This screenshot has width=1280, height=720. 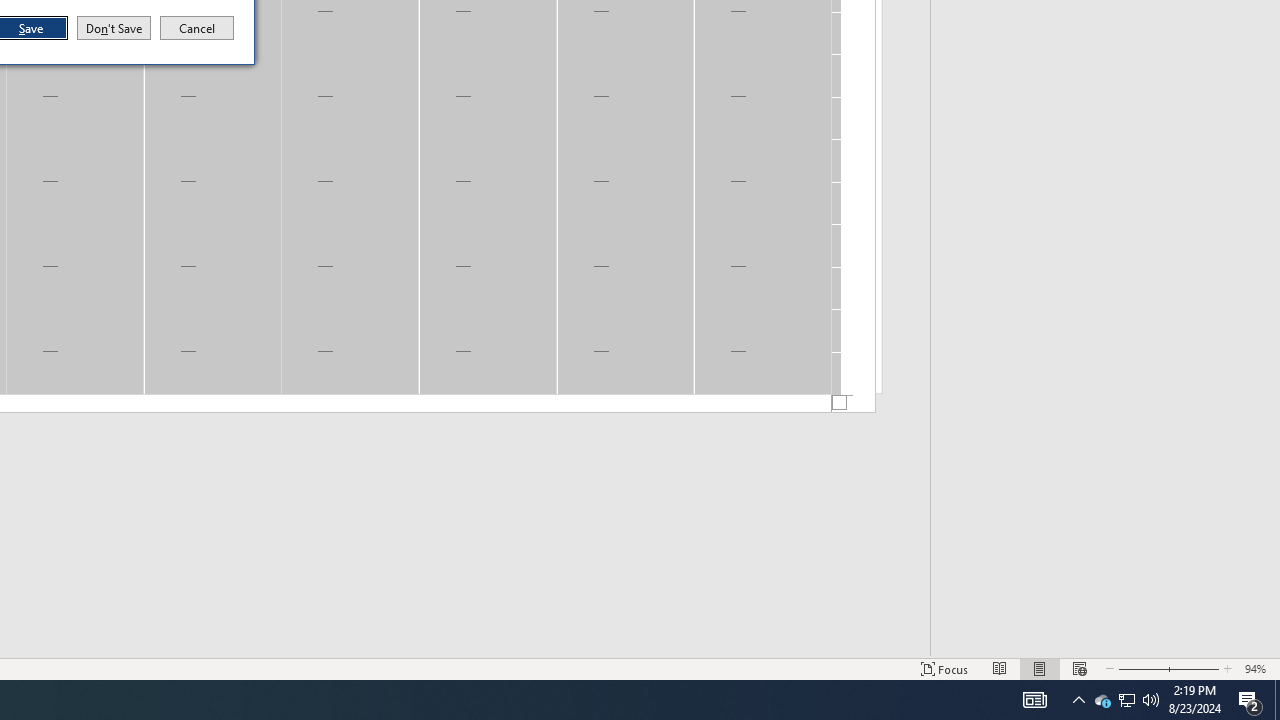 What do you see at coordinates (112, 28) in the screenshot?
I see `'Don'` at bounding box center [112, 28].